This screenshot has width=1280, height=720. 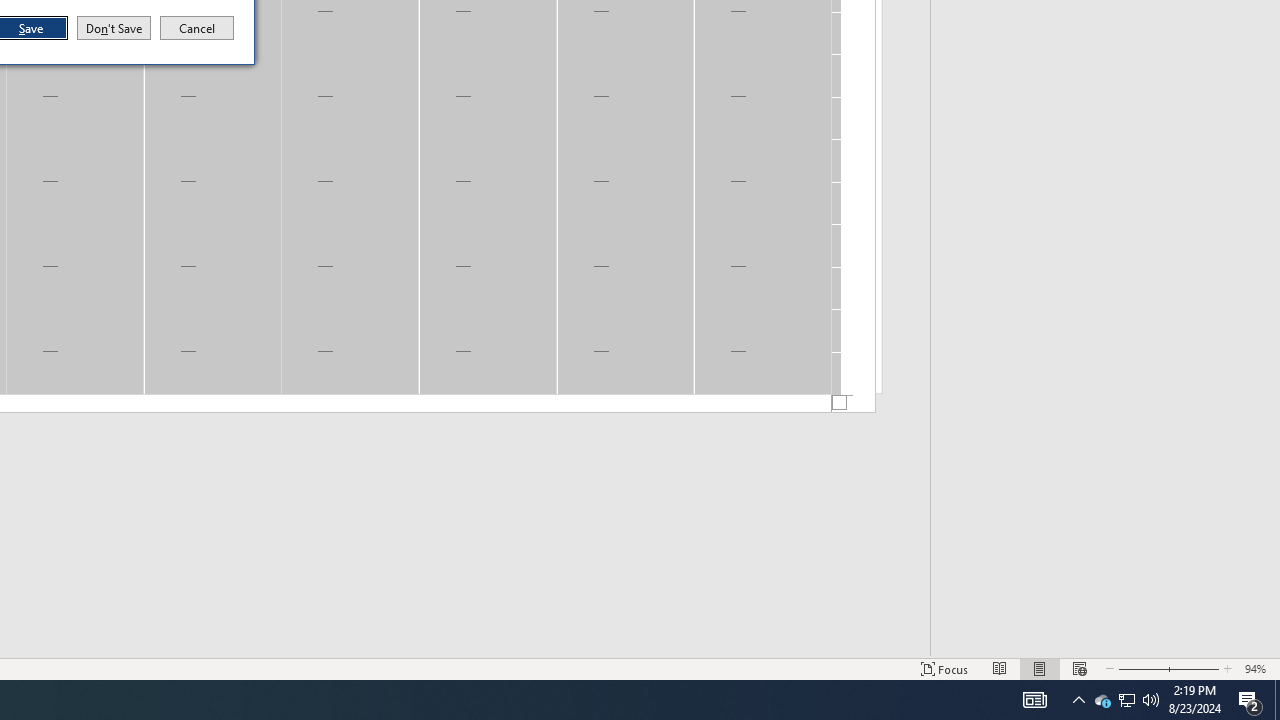 What do you see at coordinates (112, 28) in the screenshot?
I see `'Don'` at bounding box center [112, 28].